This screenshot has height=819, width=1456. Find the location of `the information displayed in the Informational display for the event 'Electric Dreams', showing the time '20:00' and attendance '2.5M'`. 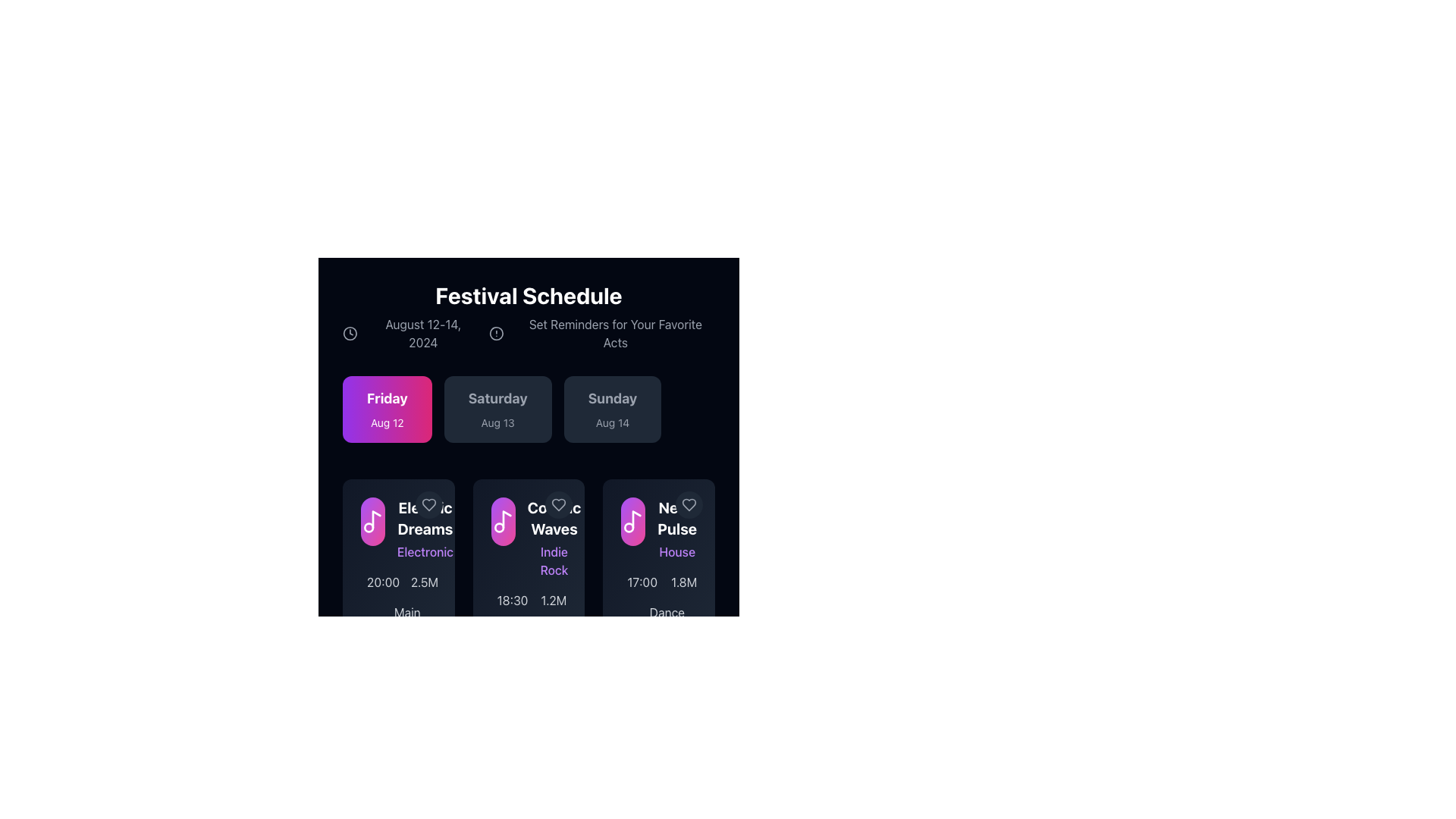

the information displayed in the Informational display for the event 'Electric Dreams', showing the time '20:00' and attendance '2.5M' is located at coordinates (398, 581).